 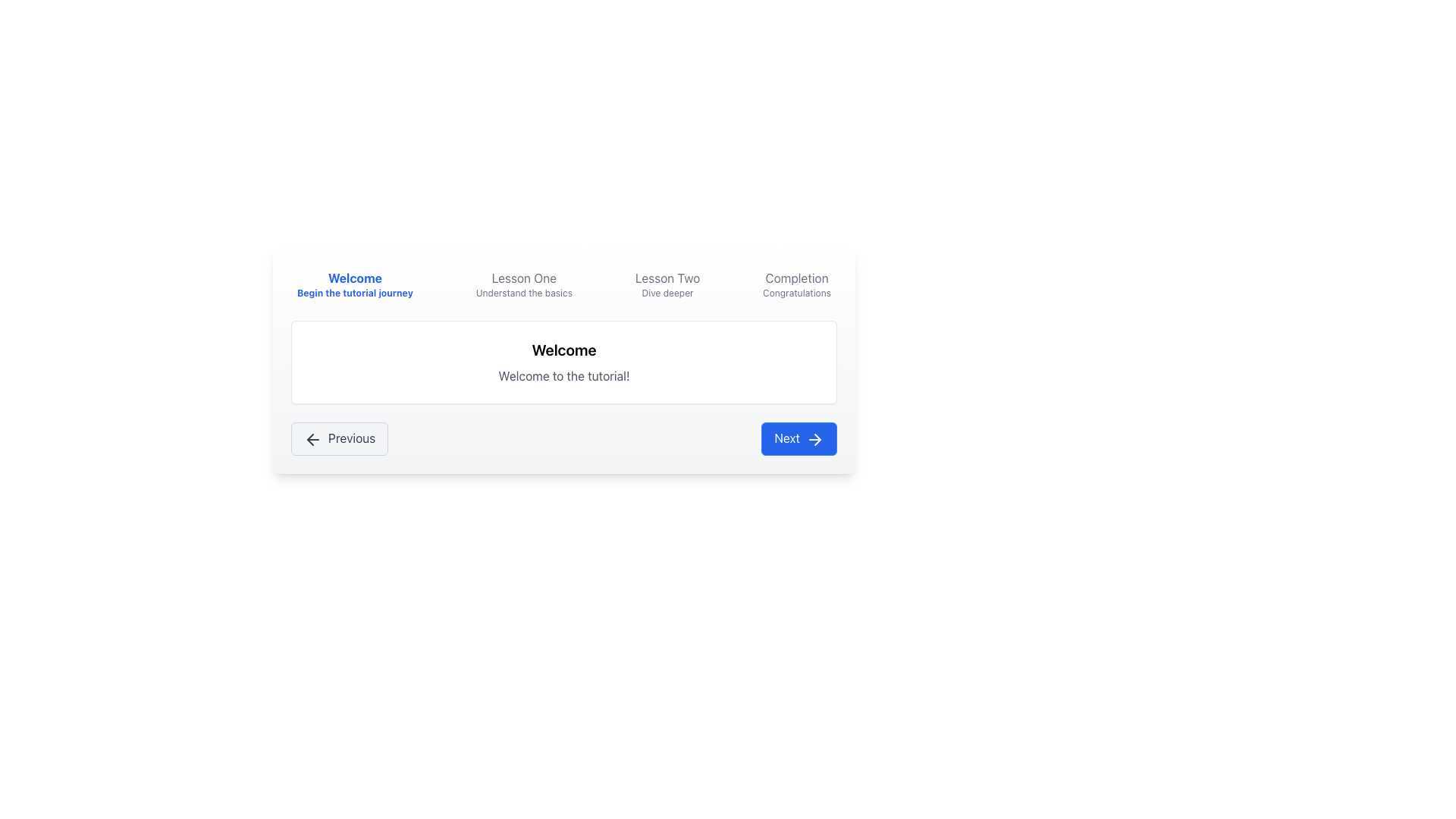 What do you see at coordinates (667, 293) in the screenshot?
I see `the Text Label providing descriptive context for the 'Lesson Two' section, located towards the center-right of the interface` at bounding box center [667, 293].